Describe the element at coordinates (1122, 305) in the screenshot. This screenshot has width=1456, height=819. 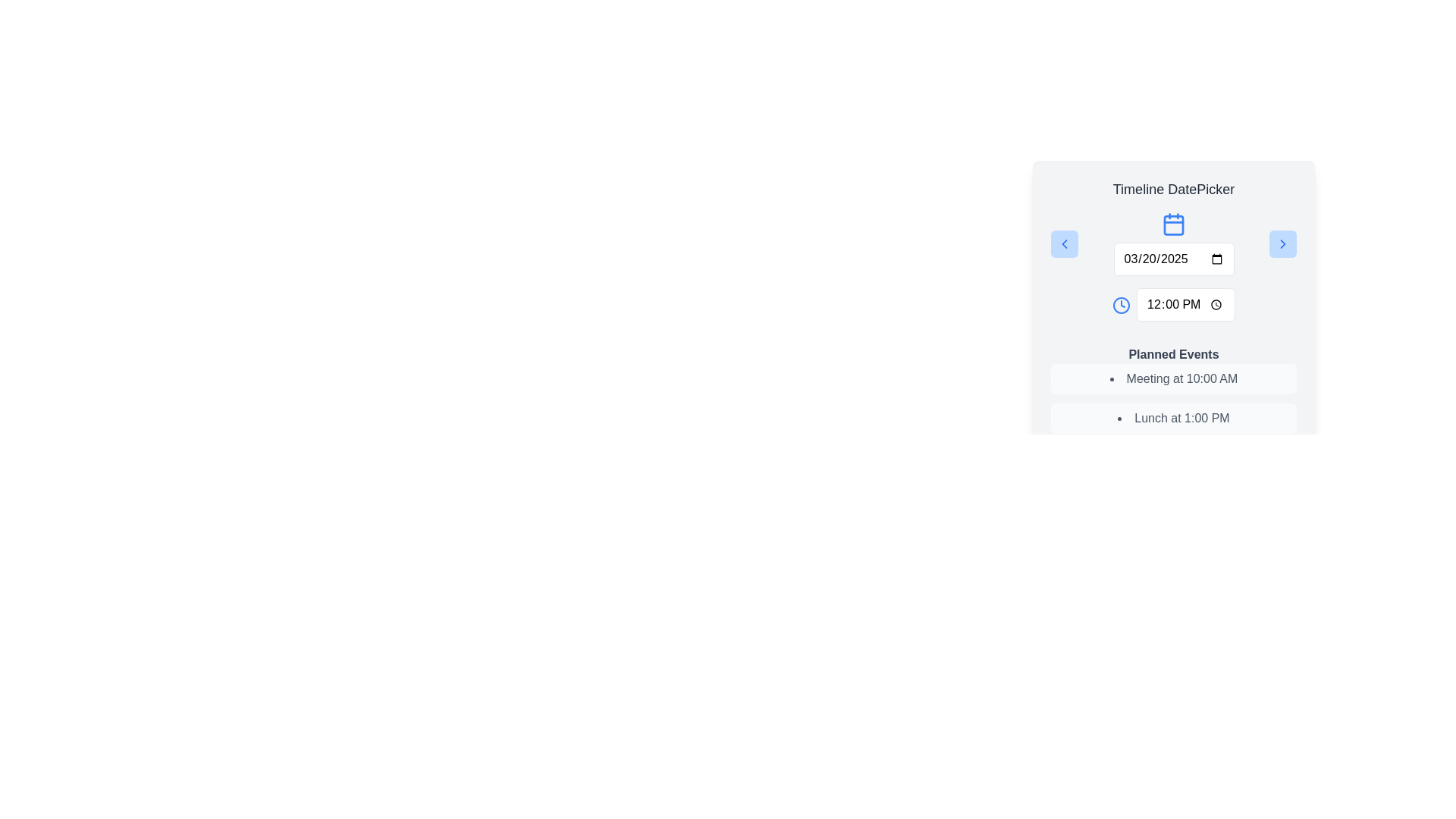
I see `the decorative circle element in the SVG graphic that is part of the clock icon, which is located to the left of the time dropdown in the time picker interface` at that location.